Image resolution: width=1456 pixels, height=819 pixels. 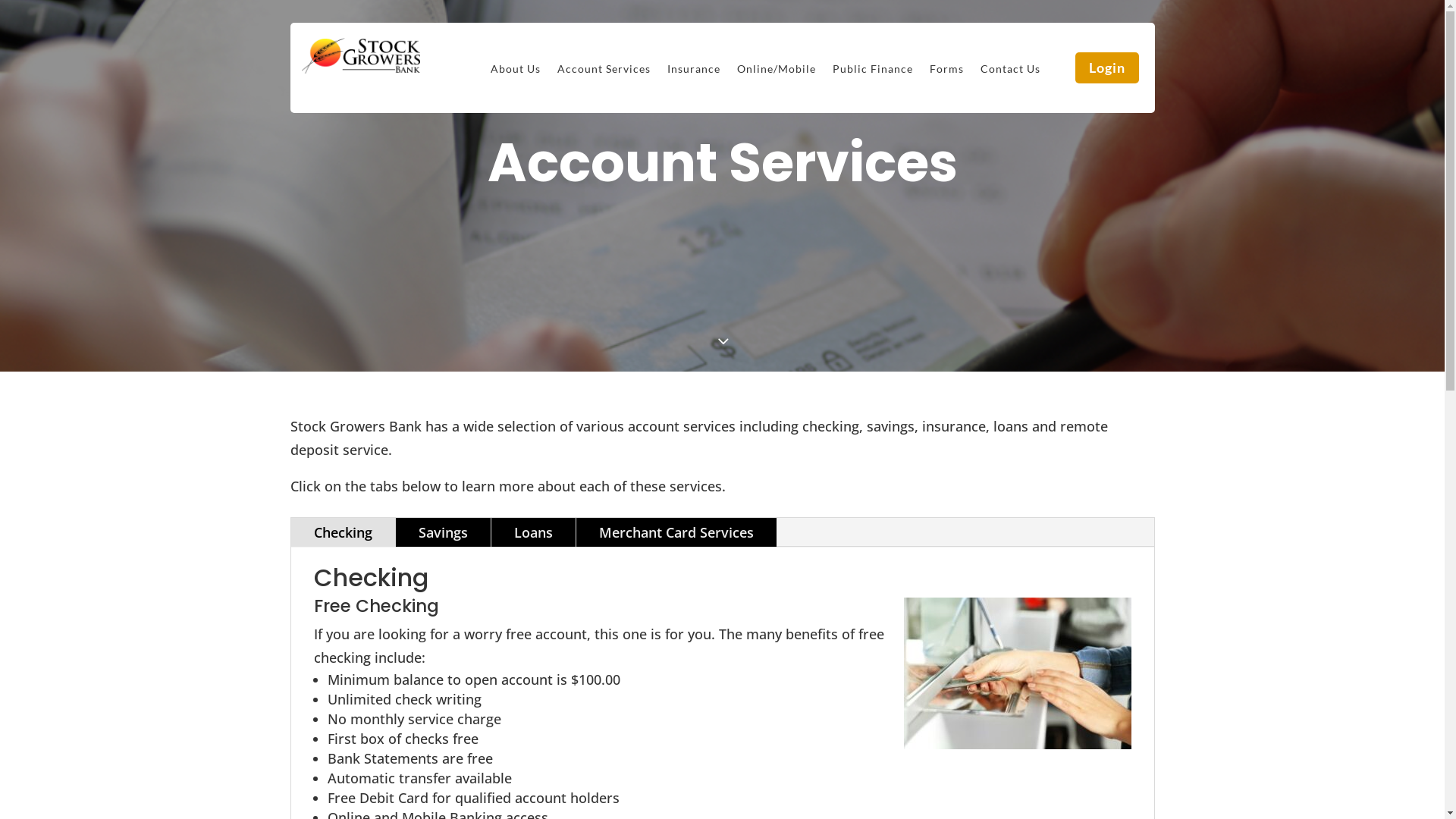 I want to click on 'Online/Mobile', so click(x=776, y=72).